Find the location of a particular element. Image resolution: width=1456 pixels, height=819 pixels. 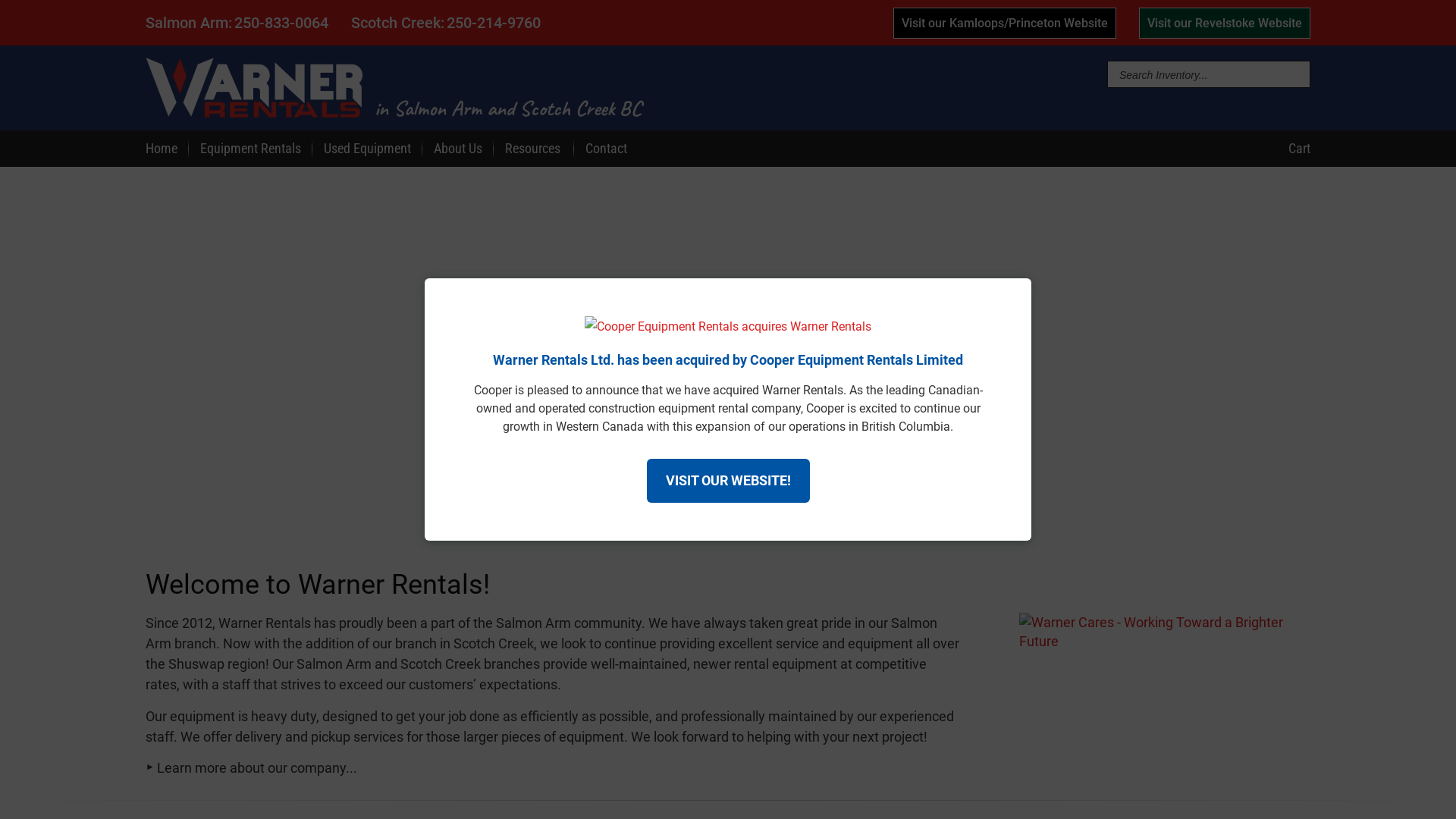

'VISIT OUR WEBSITE!' is located at coordinates (726, 480).